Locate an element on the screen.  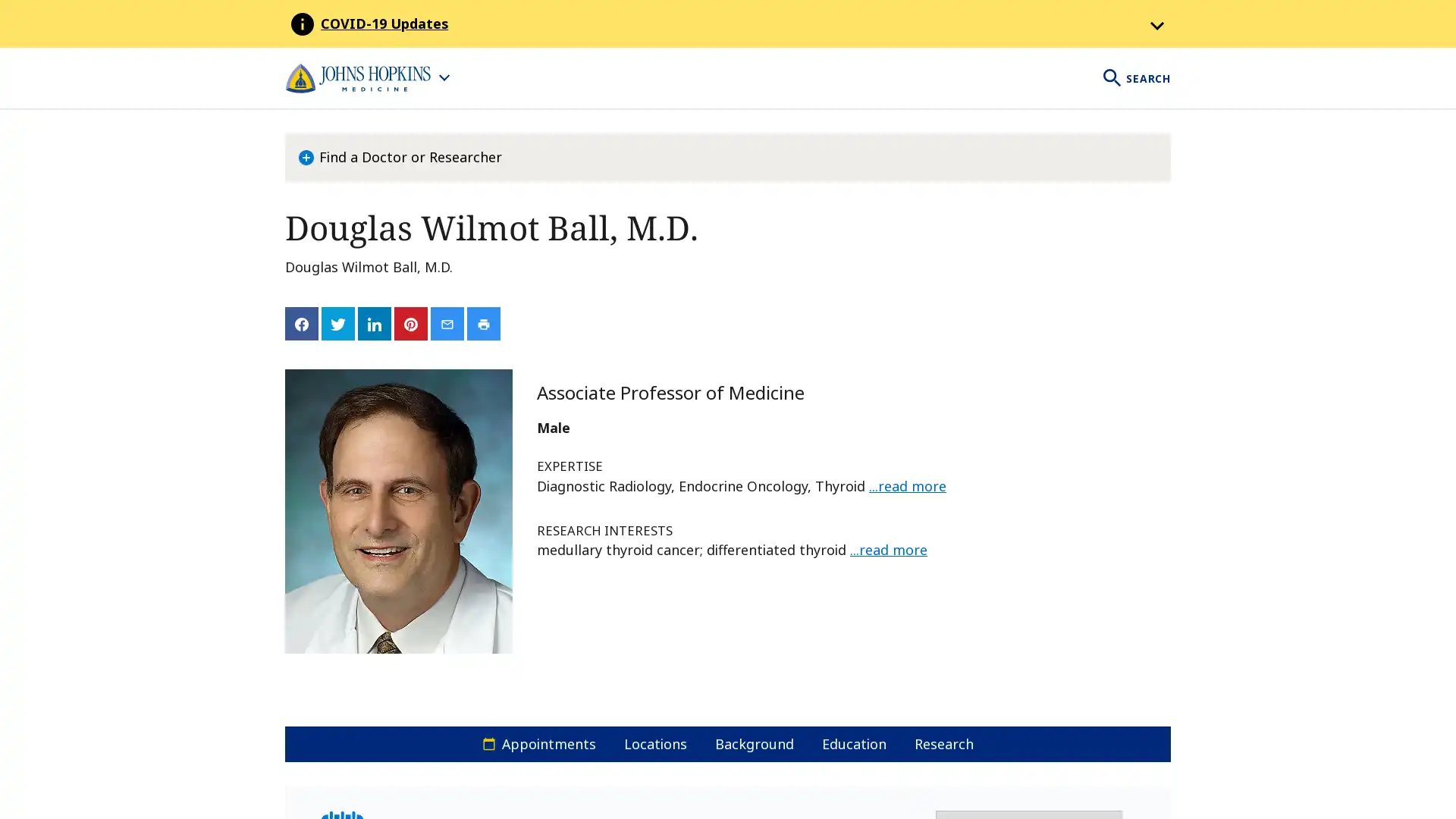
JOHNS HOPKINS MEDICINE MENU is located at coordinates (367, 78).